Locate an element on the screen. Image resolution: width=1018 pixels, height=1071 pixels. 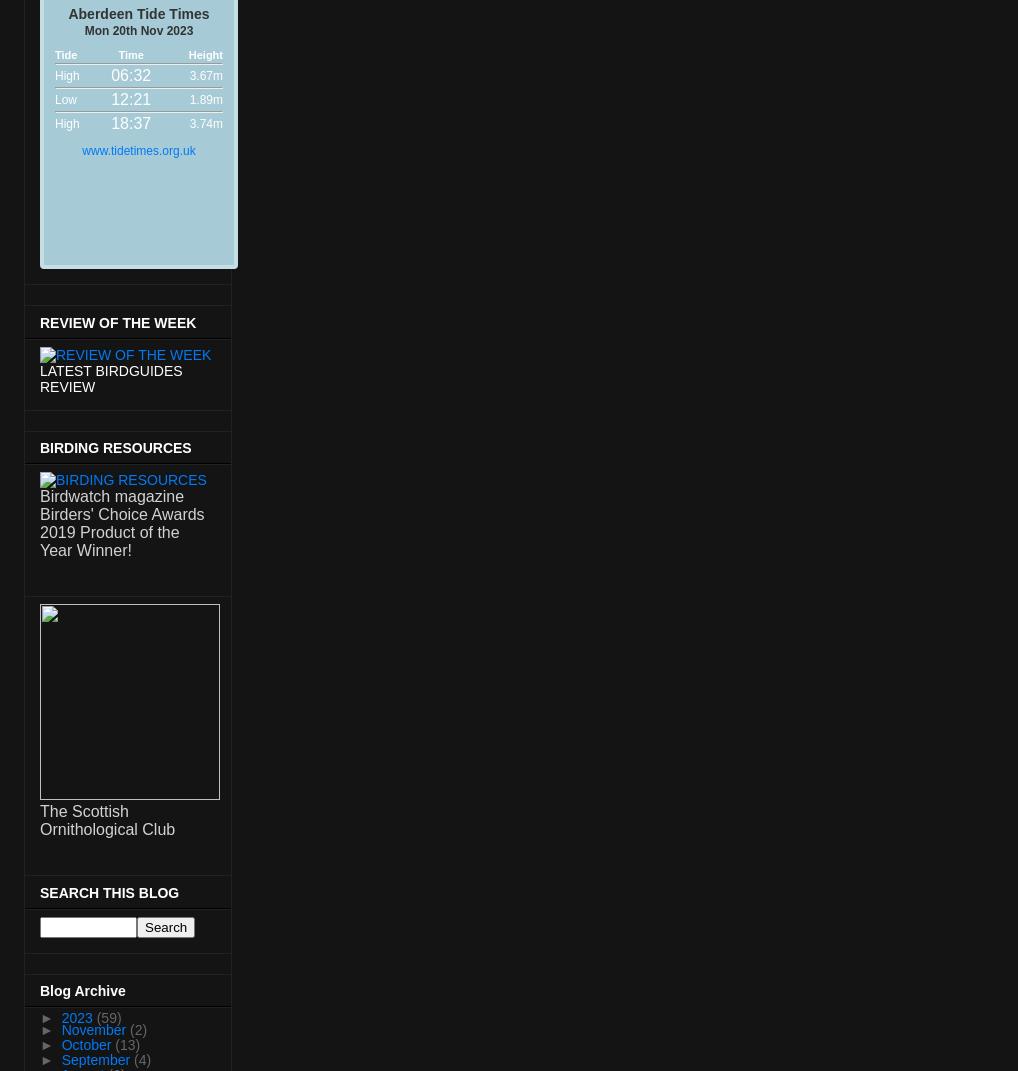
'October' is located at coordinates (60, 1044).